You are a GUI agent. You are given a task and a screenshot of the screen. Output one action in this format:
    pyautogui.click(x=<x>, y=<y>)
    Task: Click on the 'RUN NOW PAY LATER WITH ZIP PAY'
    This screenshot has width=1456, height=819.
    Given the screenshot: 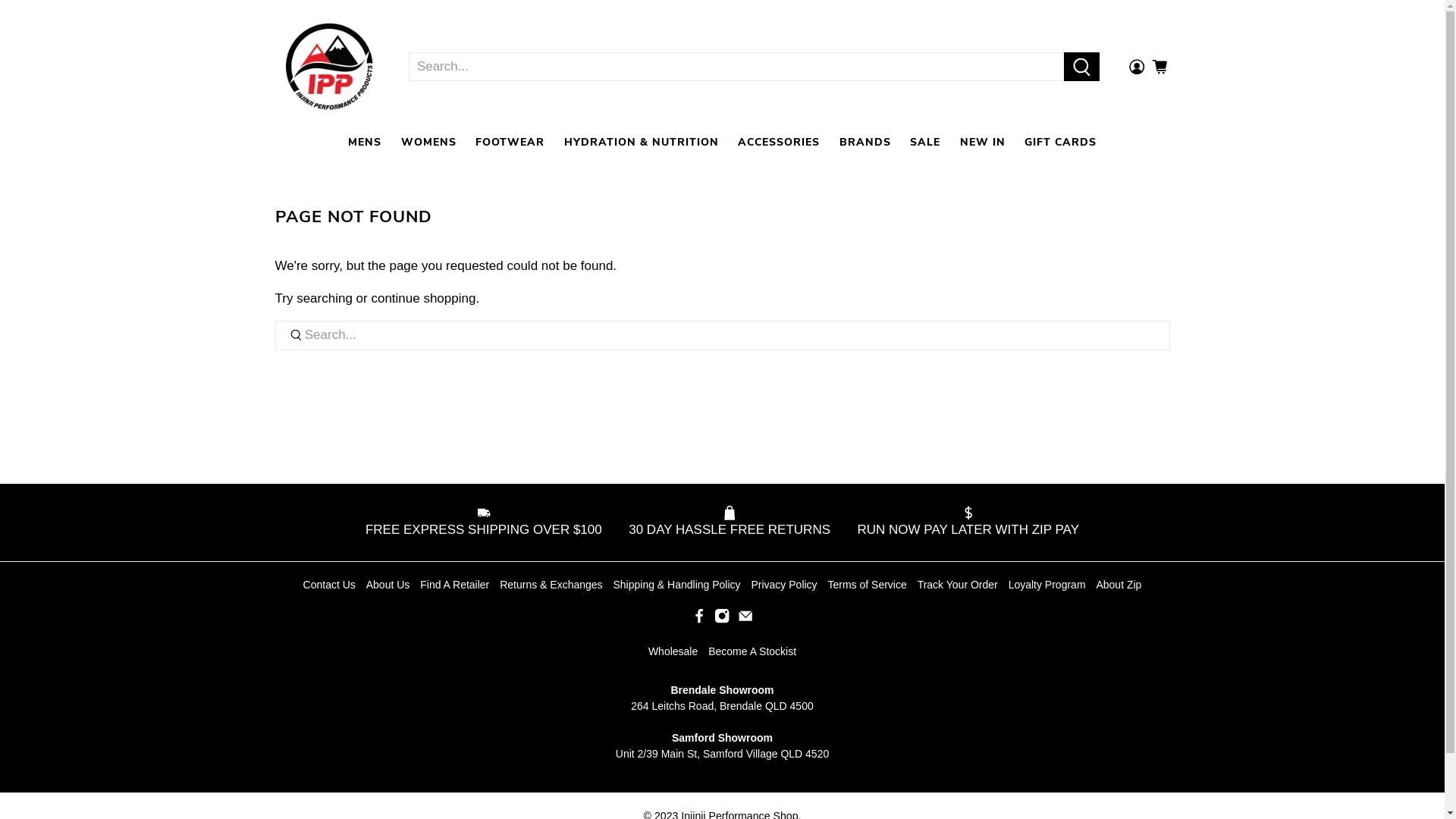 What is the action you would take?
    pyautogui.click(x=962, y=522)
    